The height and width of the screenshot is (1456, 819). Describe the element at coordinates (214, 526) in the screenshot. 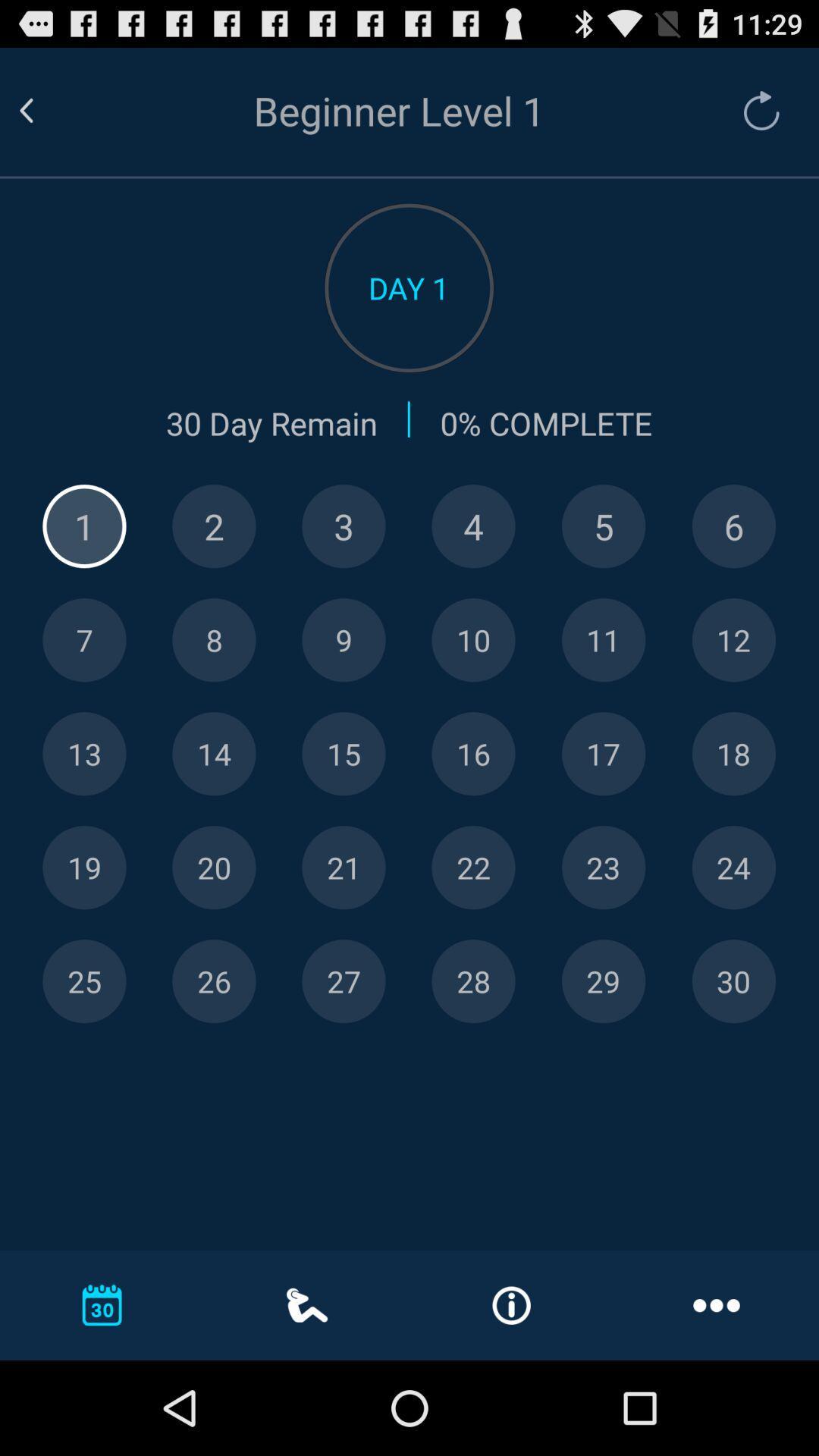

I see `day 2 progress` at that location.